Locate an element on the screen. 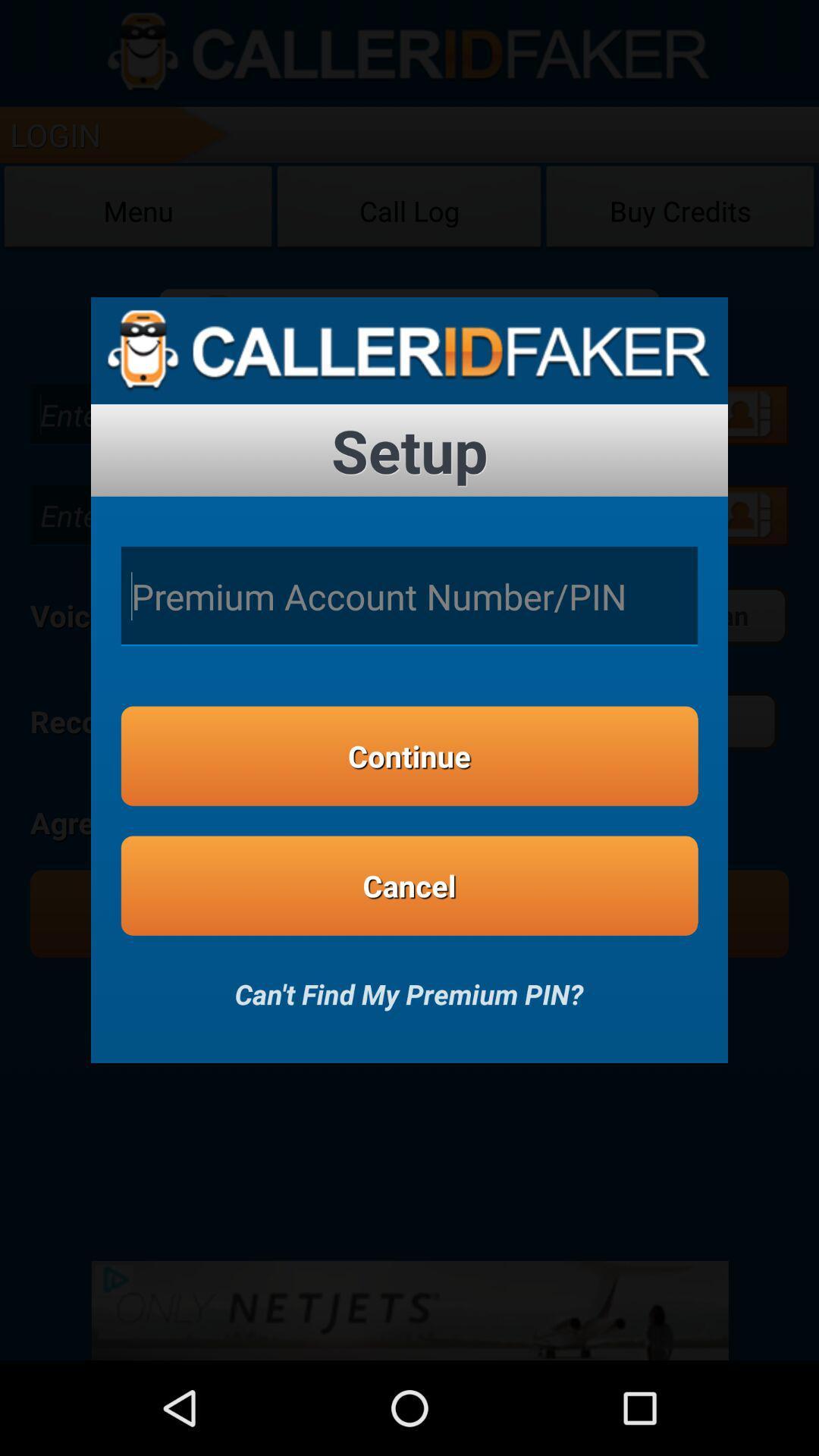 This screenshot has width=819, height=1456. continue icon is located at coordinates (409, 756).